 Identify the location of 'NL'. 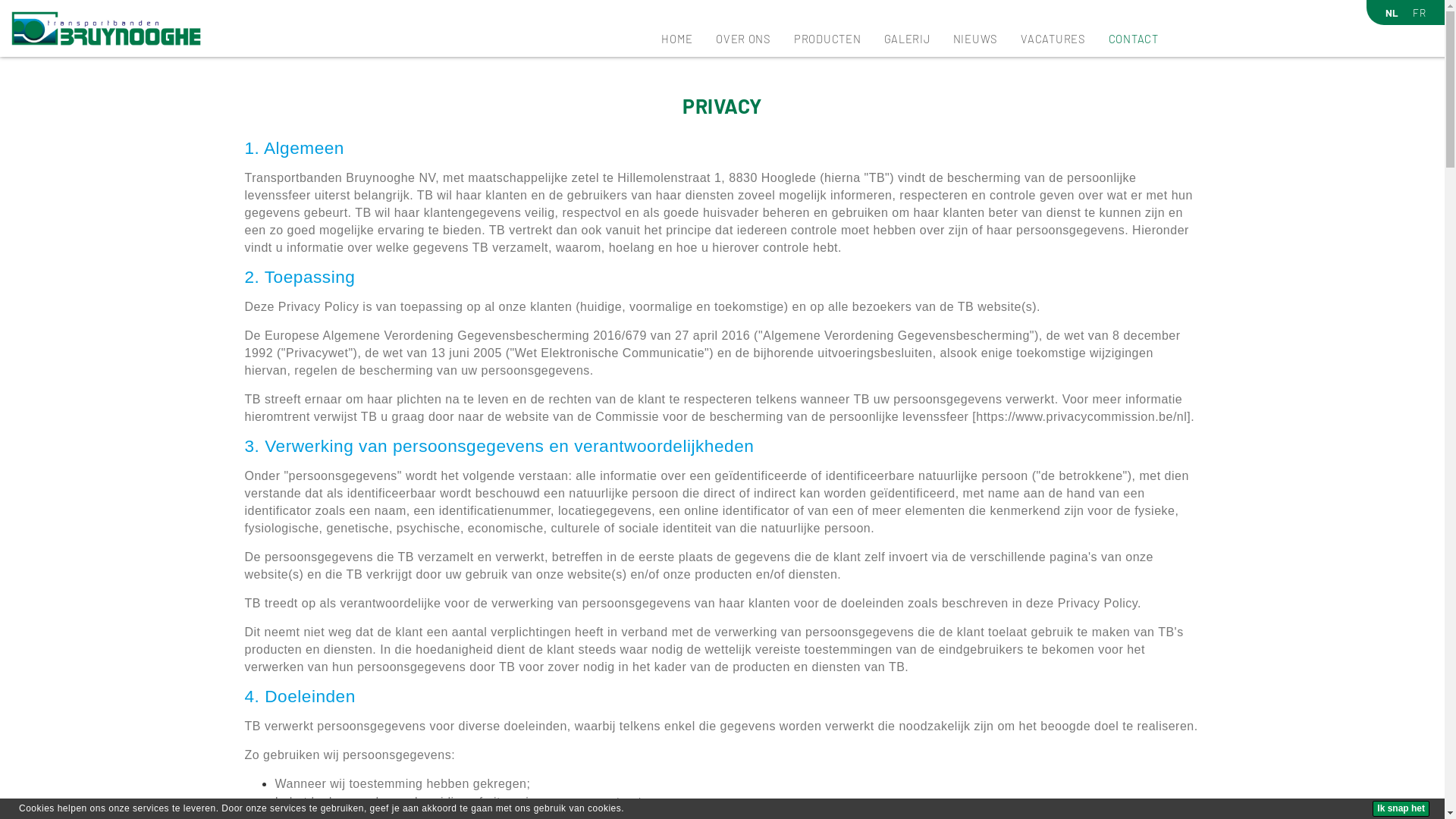
(1389, 12).